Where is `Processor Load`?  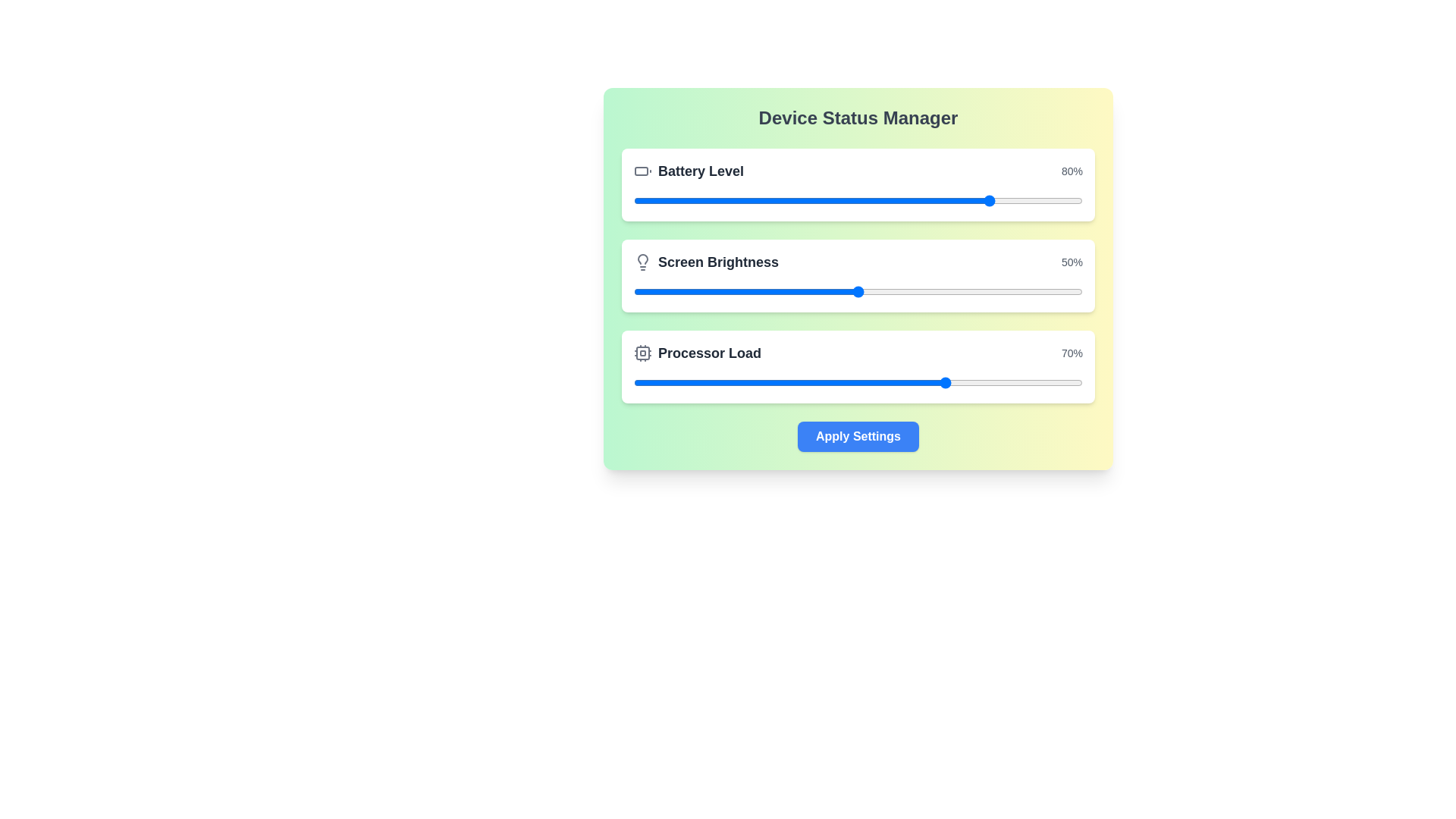
Processor Load is located at coordinates (812, 382).